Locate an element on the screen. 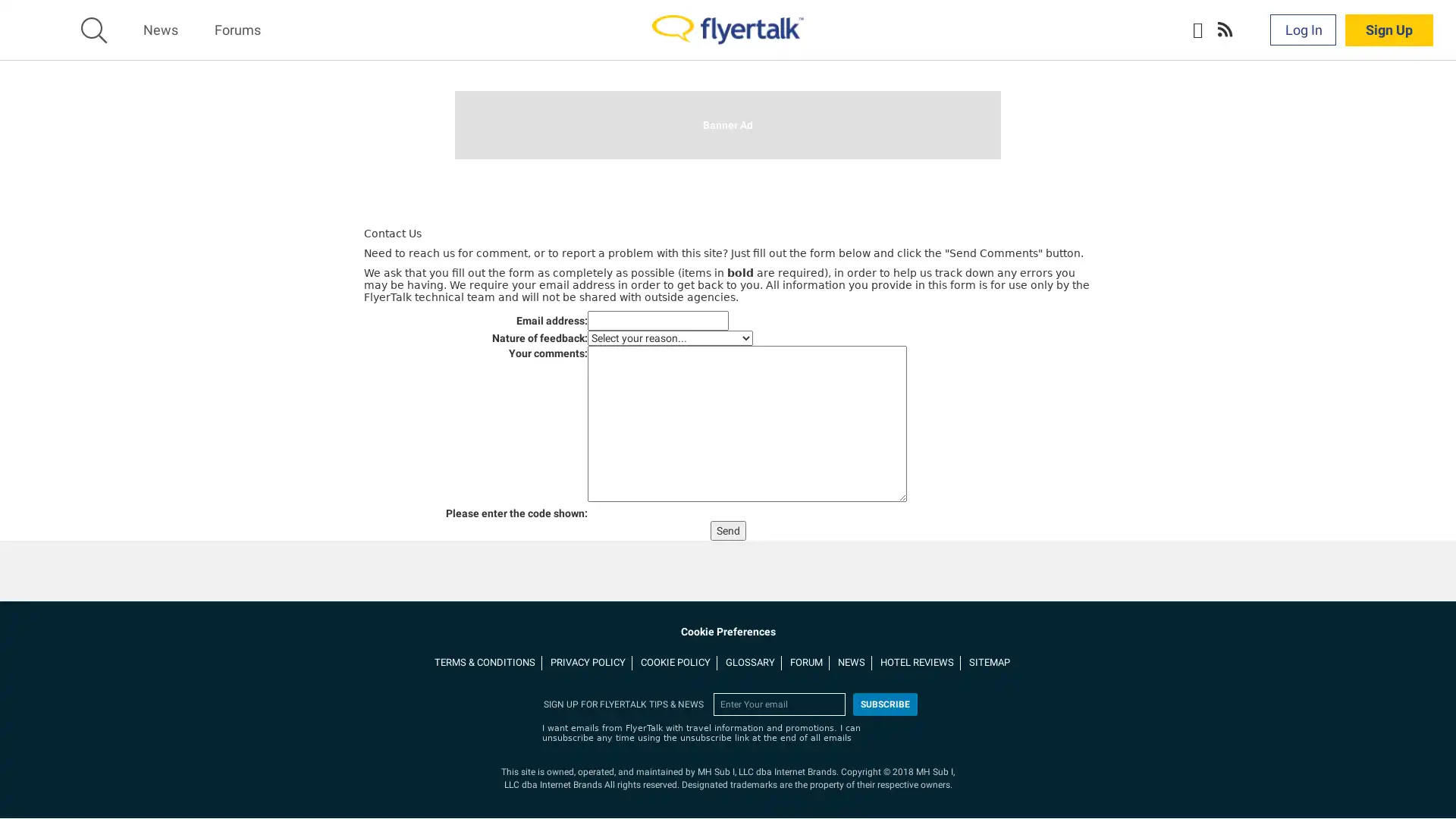 The height and width of the screenshot is (819, 1456). More Information is located at coordinates (854, 787).